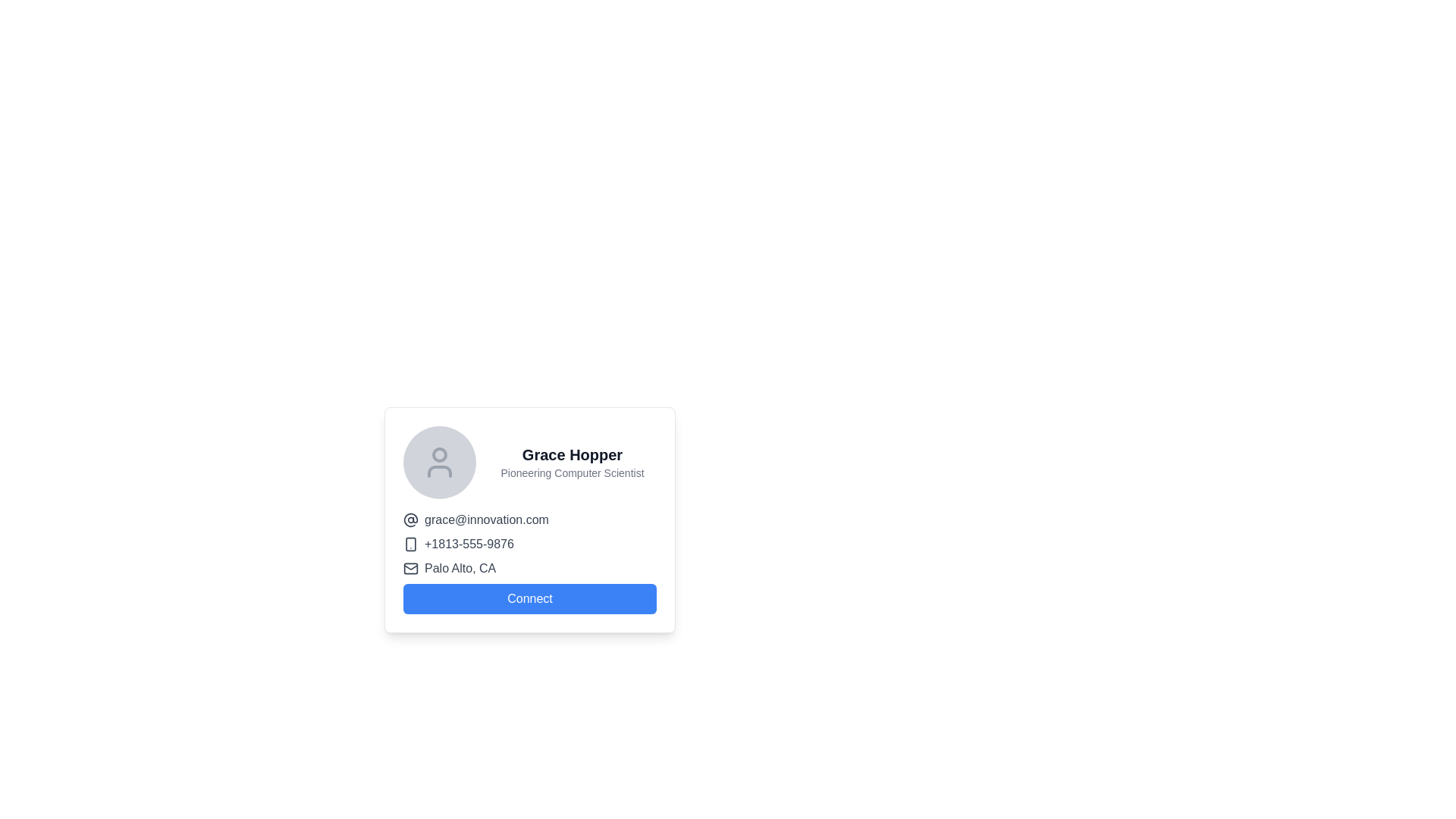 Image resolution: width=1456 pixels, height=819 pixels. What do you see at coordinates (530, 461) in the screenshot?
I see `the text block containing the identifying information of 'Grace Hopper', which is positioned at the top of the profile card` at bounding box center [530, 461].